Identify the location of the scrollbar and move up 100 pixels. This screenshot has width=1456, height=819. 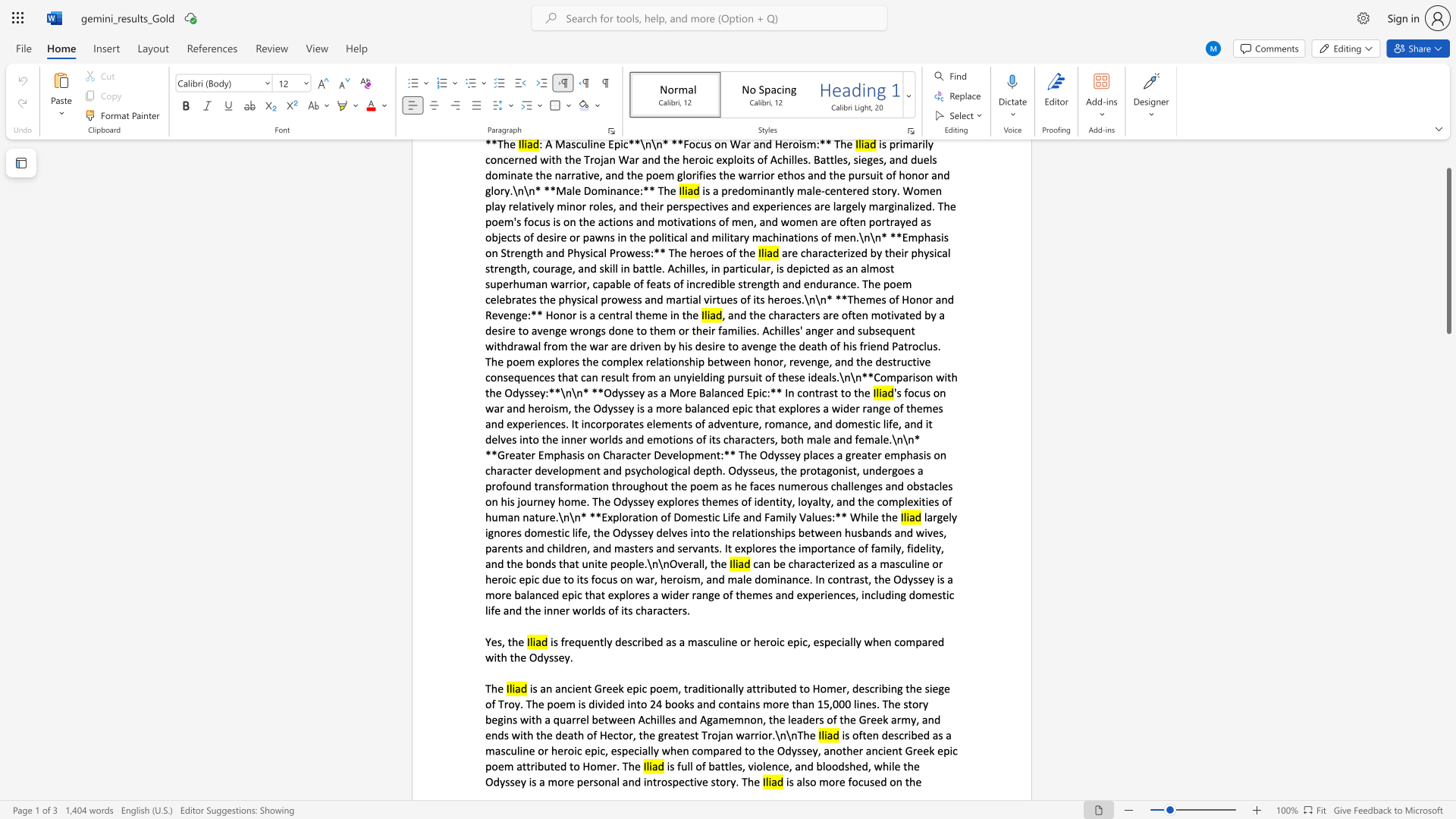
(1448, 250).